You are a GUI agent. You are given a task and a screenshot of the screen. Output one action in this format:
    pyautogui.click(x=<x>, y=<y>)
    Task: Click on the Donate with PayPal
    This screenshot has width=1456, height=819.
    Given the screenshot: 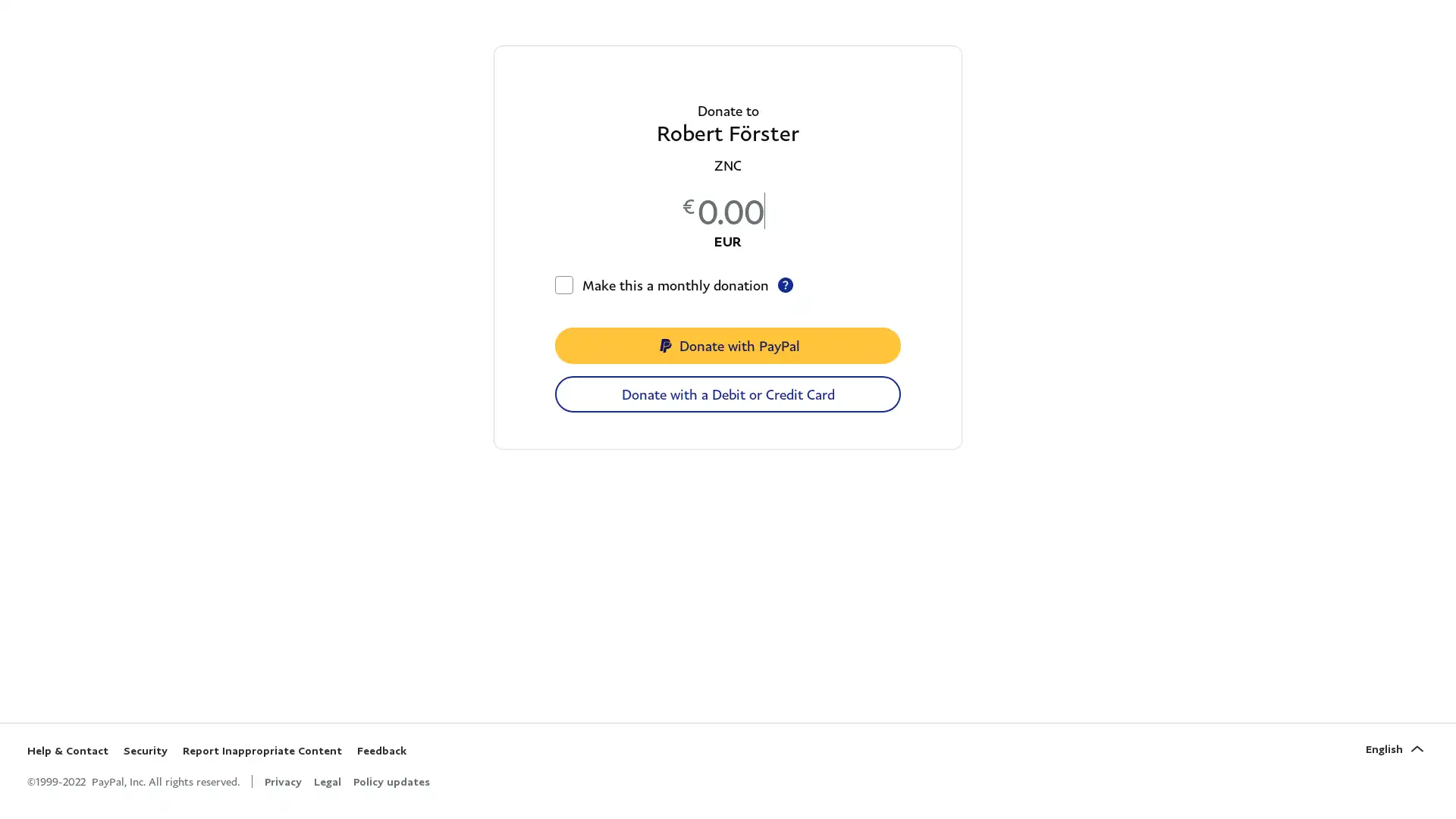 What is the action you would take?
    pyautogui.click(x=728, y=345)
    